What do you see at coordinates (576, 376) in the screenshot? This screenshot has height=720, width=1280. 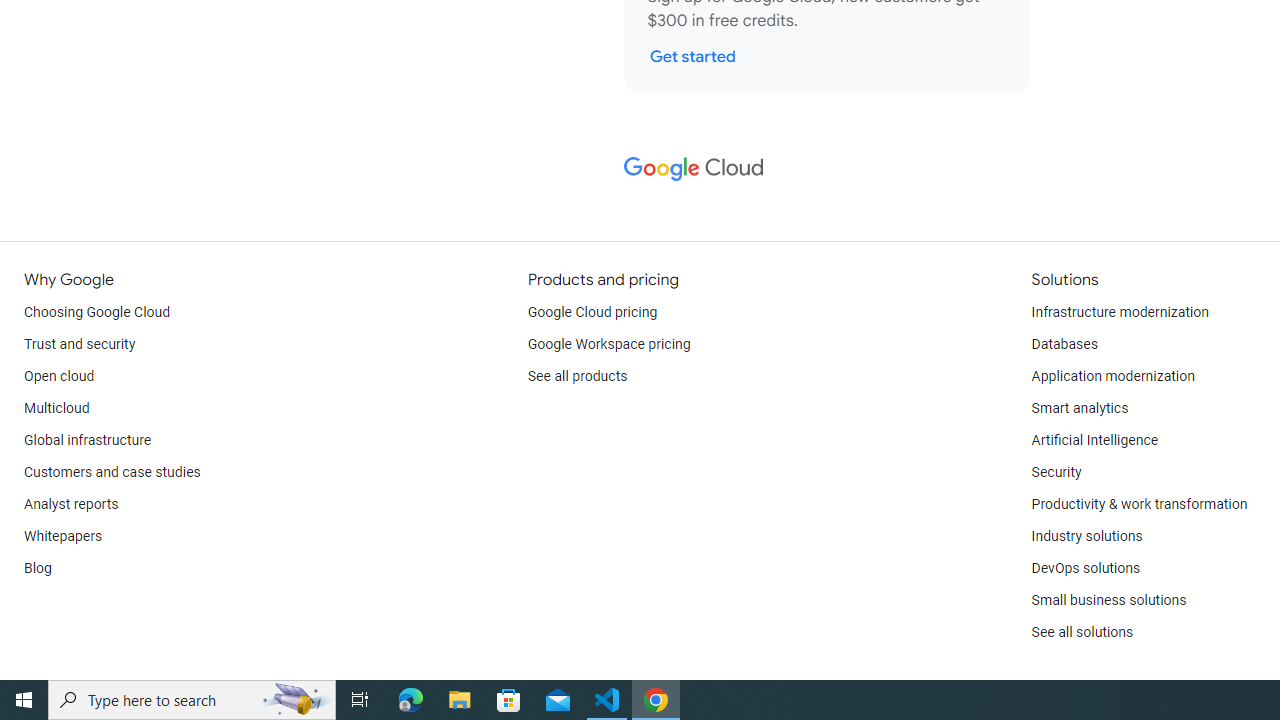 I see `'See all products'` at bounding box center [576, 376].